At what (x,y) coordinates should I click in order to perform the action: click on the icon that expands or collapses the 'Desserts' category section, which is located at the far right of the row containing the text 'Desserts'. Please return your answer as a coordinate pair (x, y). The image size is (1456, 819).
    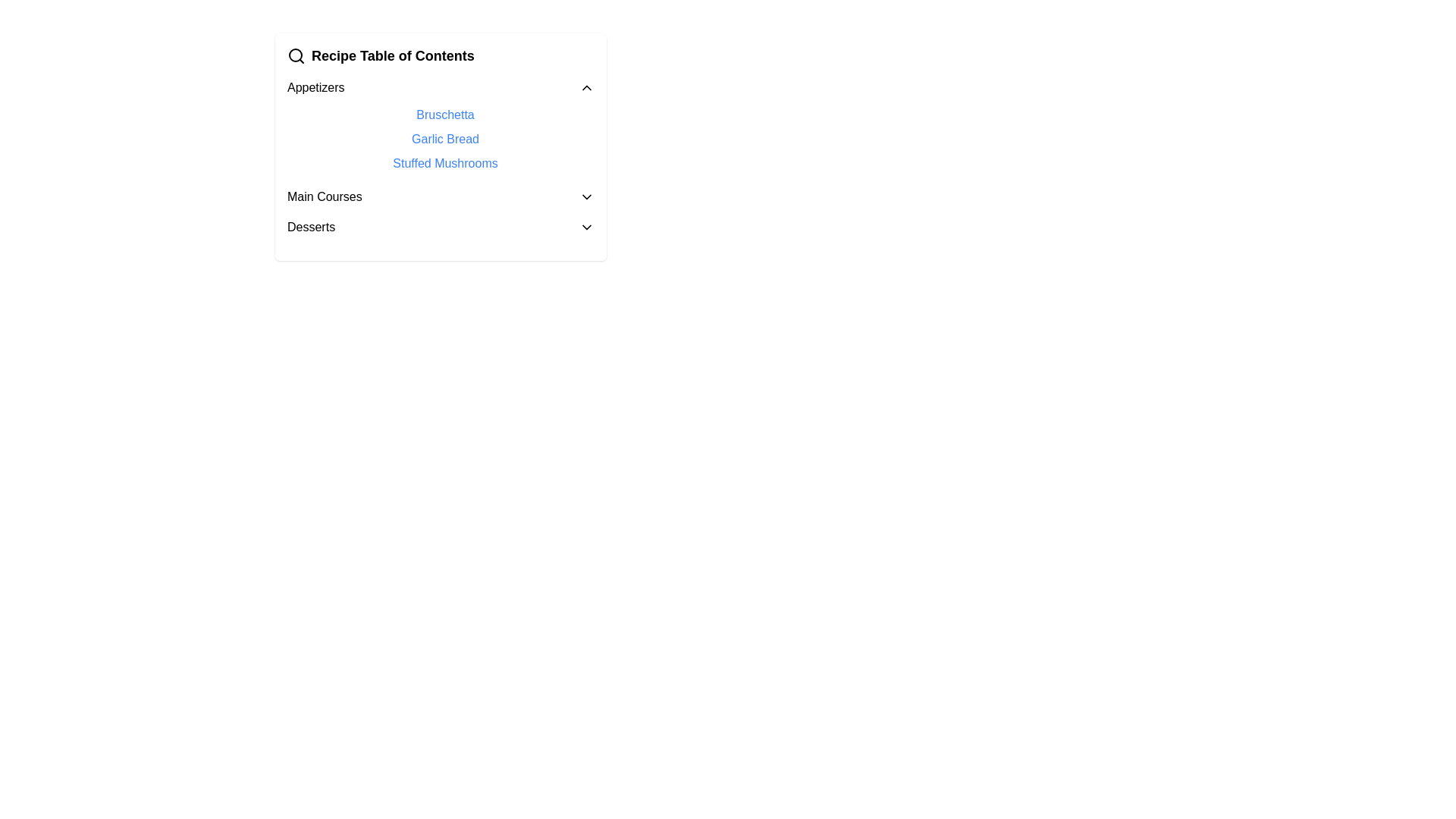
    Looking at the image, I should click on (585, 227).